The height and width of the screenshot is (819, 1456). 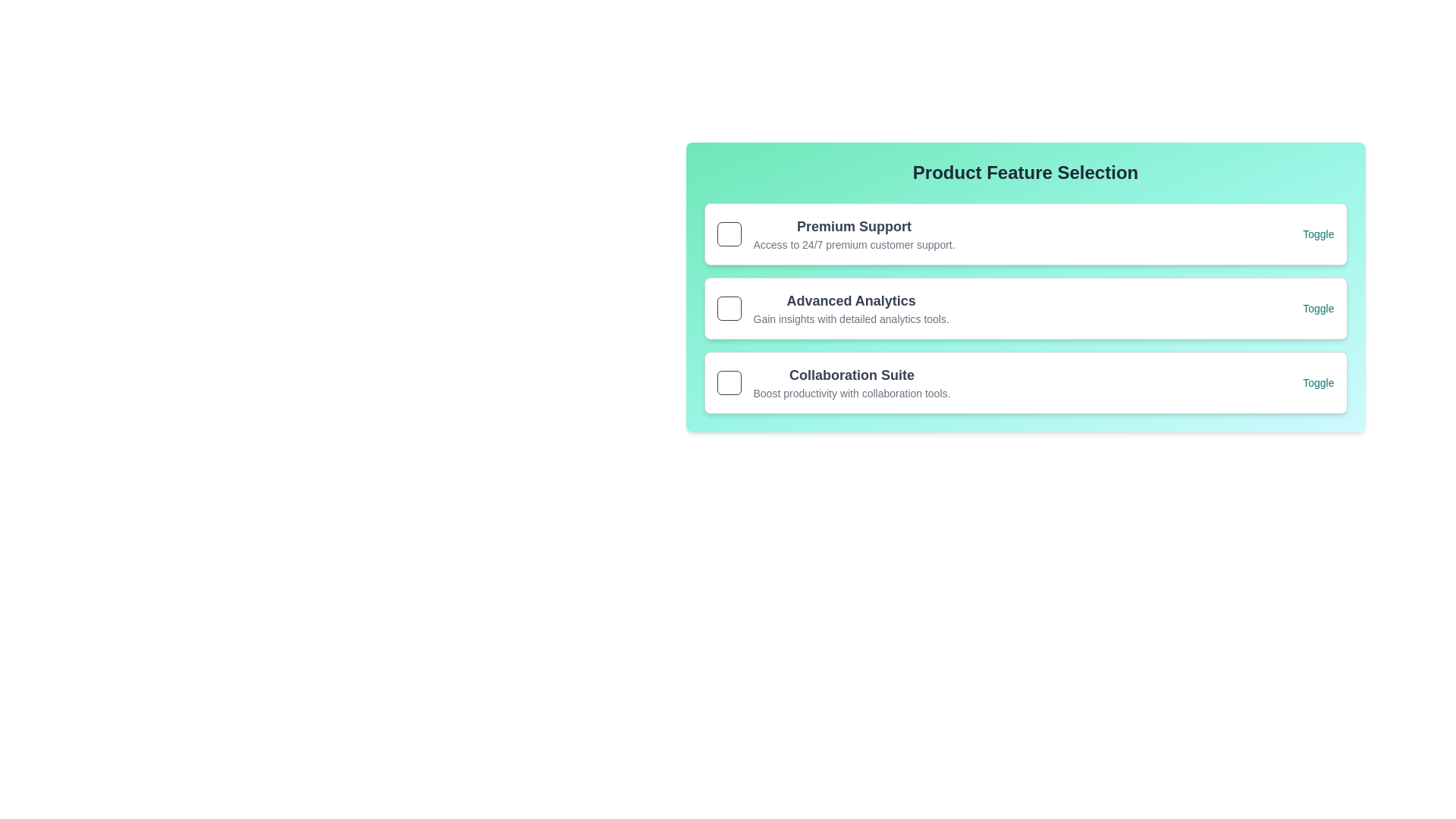 I want to click on the 'Premium Support' feature description located in the first row of the product feature selection list, so click(x=854, y=234).